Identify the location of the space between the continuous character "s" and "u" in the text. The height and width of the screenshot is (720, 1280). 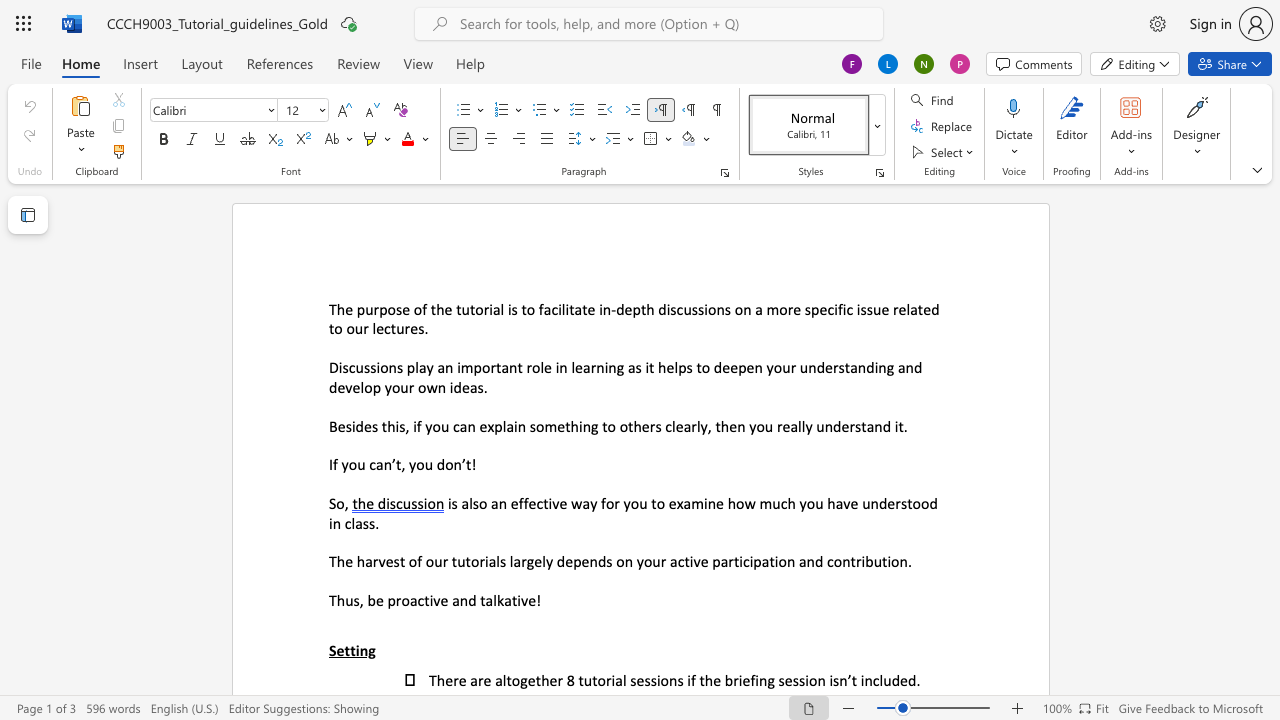
(873, 309).